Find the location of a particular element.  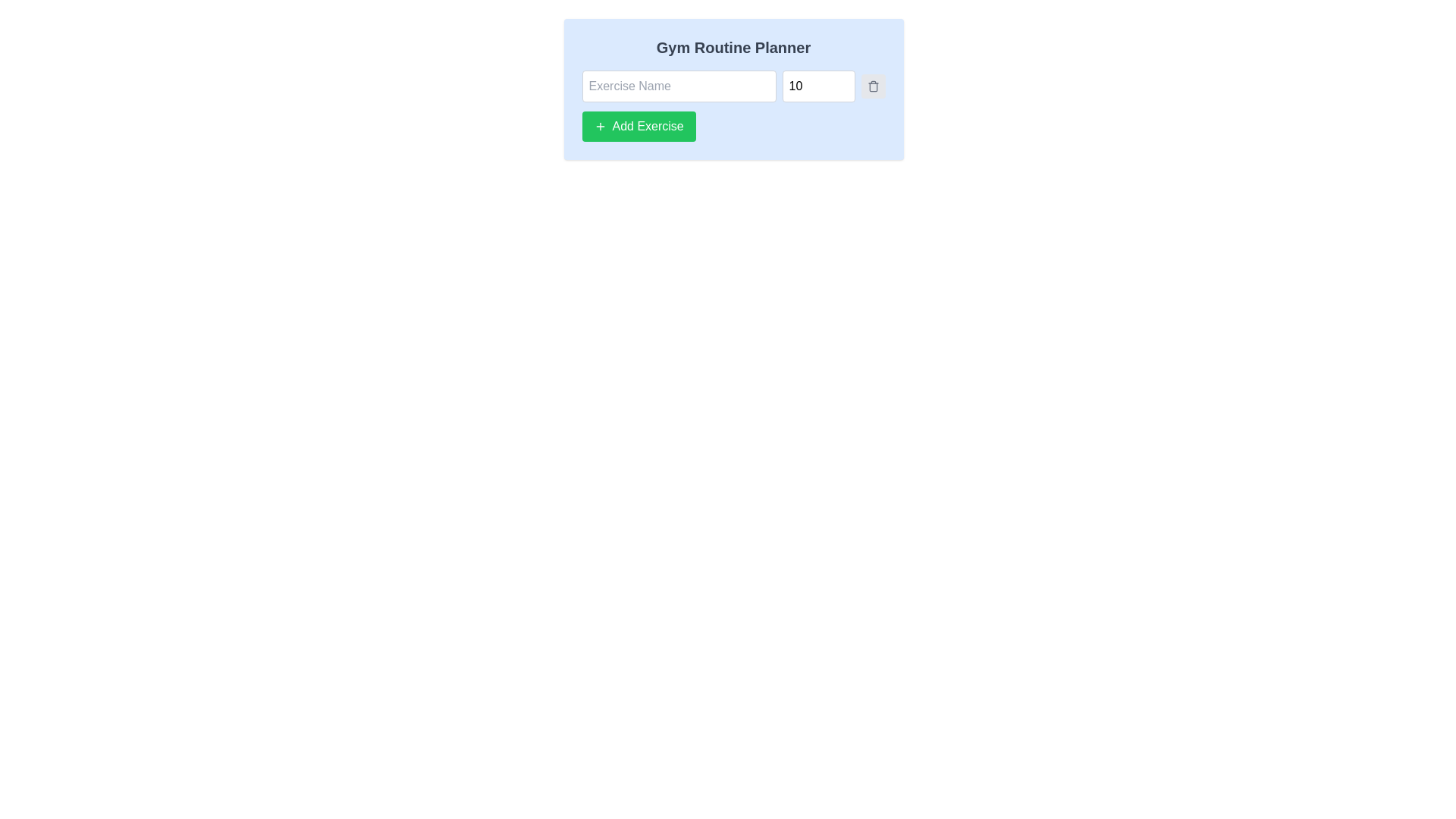

the 'Add Exercise' icon located within the green rectangular button, positioned towards the left side of the text is located at coordinates (599, 125).